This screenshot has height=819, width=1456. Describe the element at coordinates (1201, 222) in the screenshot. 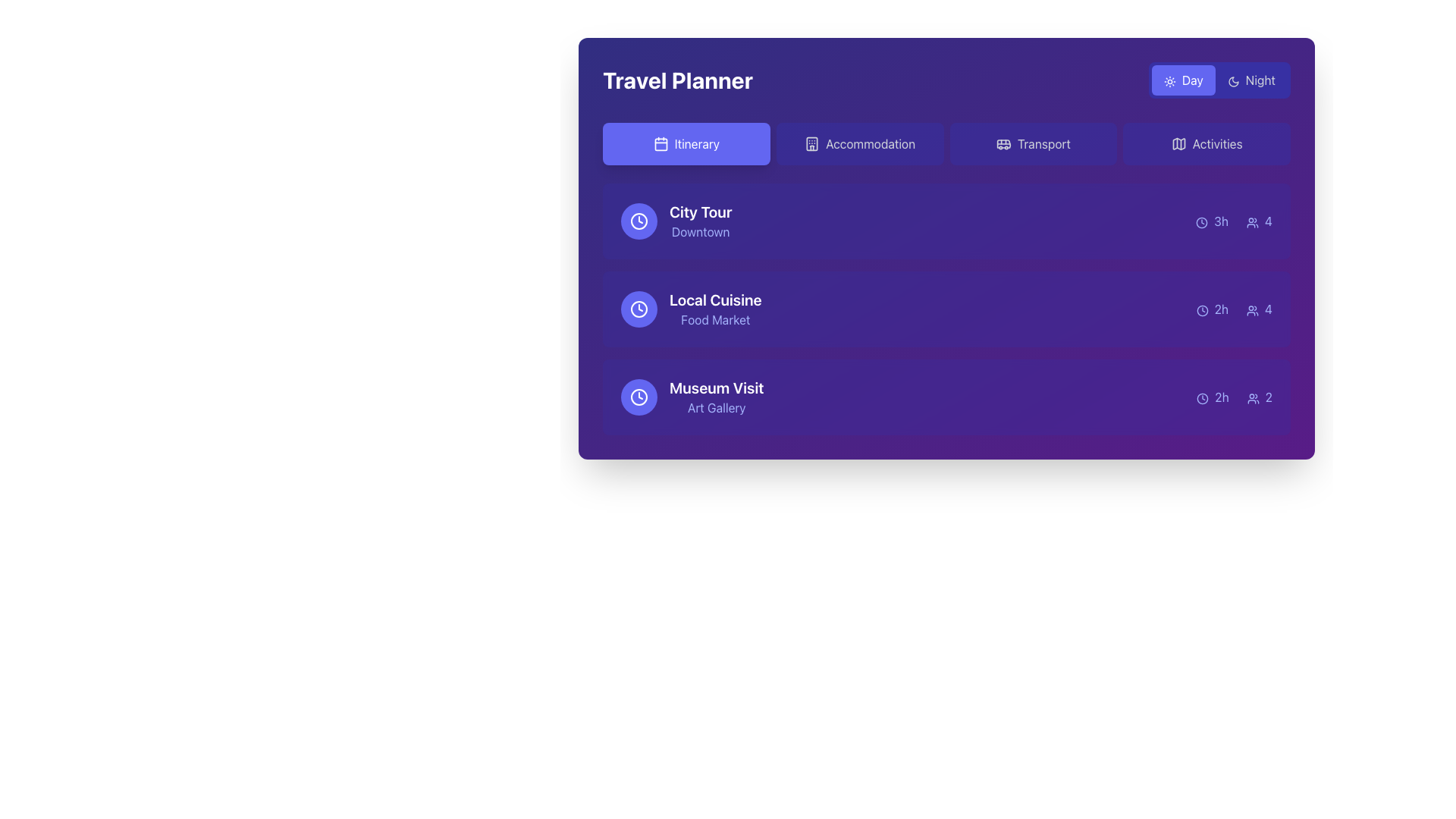

I see `the clock icon located to the left of the text '3h' in the second row of the item list within the 'Itinerary' tab of the 'Travel Planner' section` at that location.